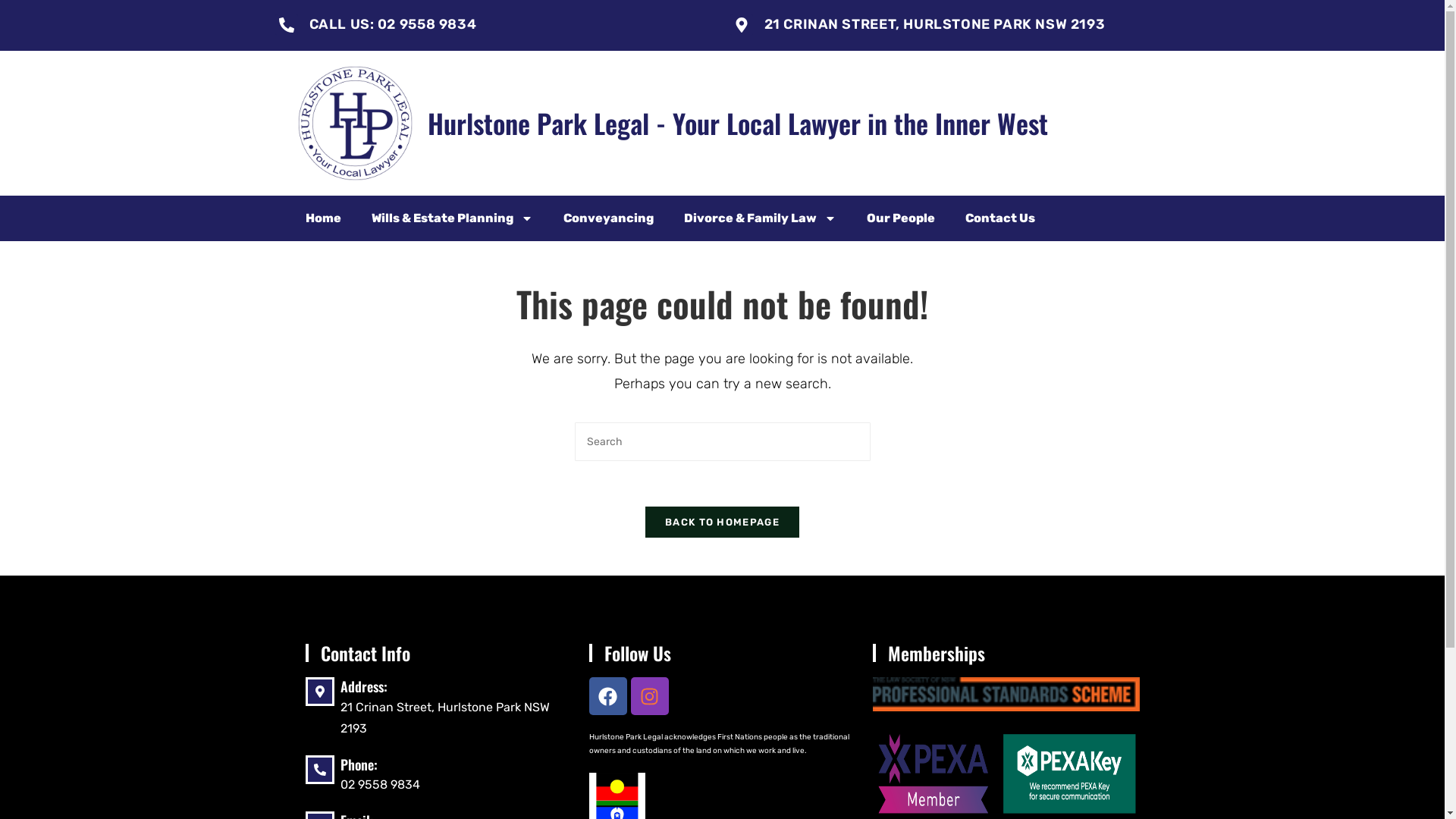 This screenshot has width=1456, height=819. What do you see at coordinates (379, 784) in the screenshot?
I see `'02 9558 9834'` at bounding box center [379, 784].